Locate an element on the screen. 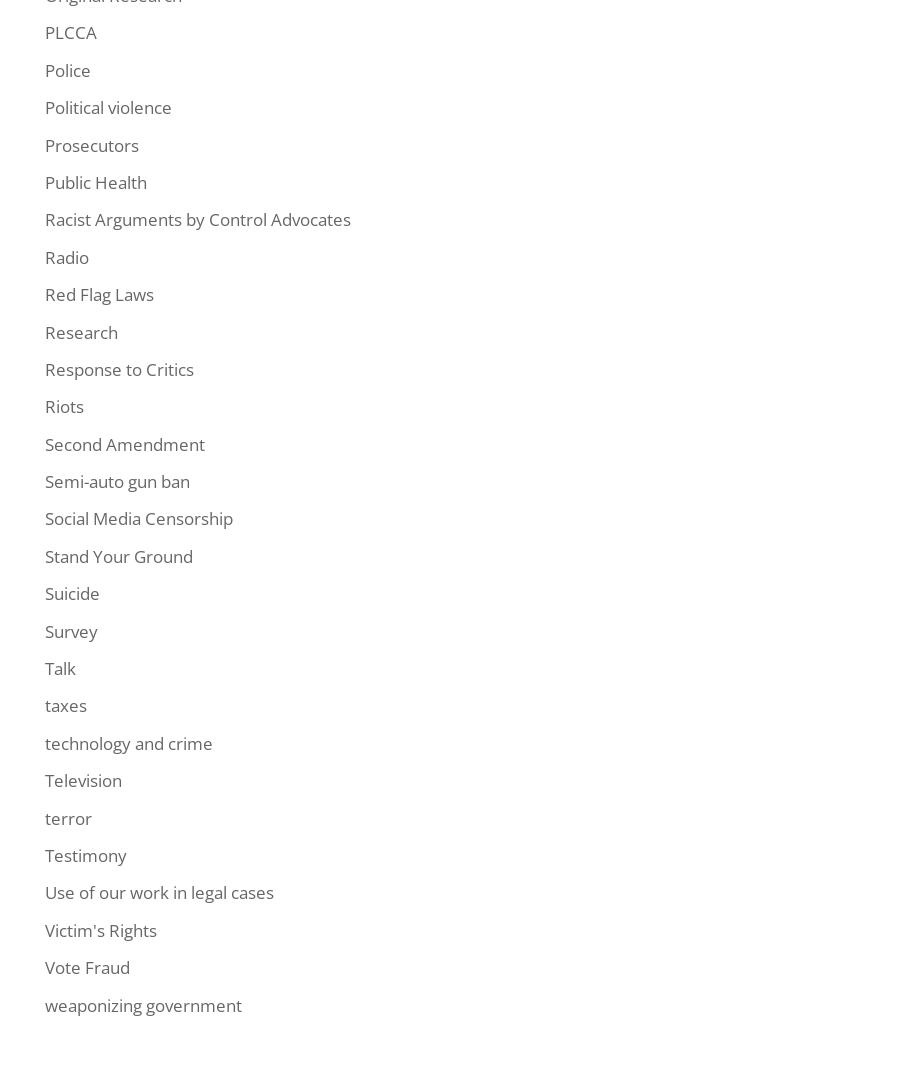  'Second Amendment' is located at coordinates (125, 443).